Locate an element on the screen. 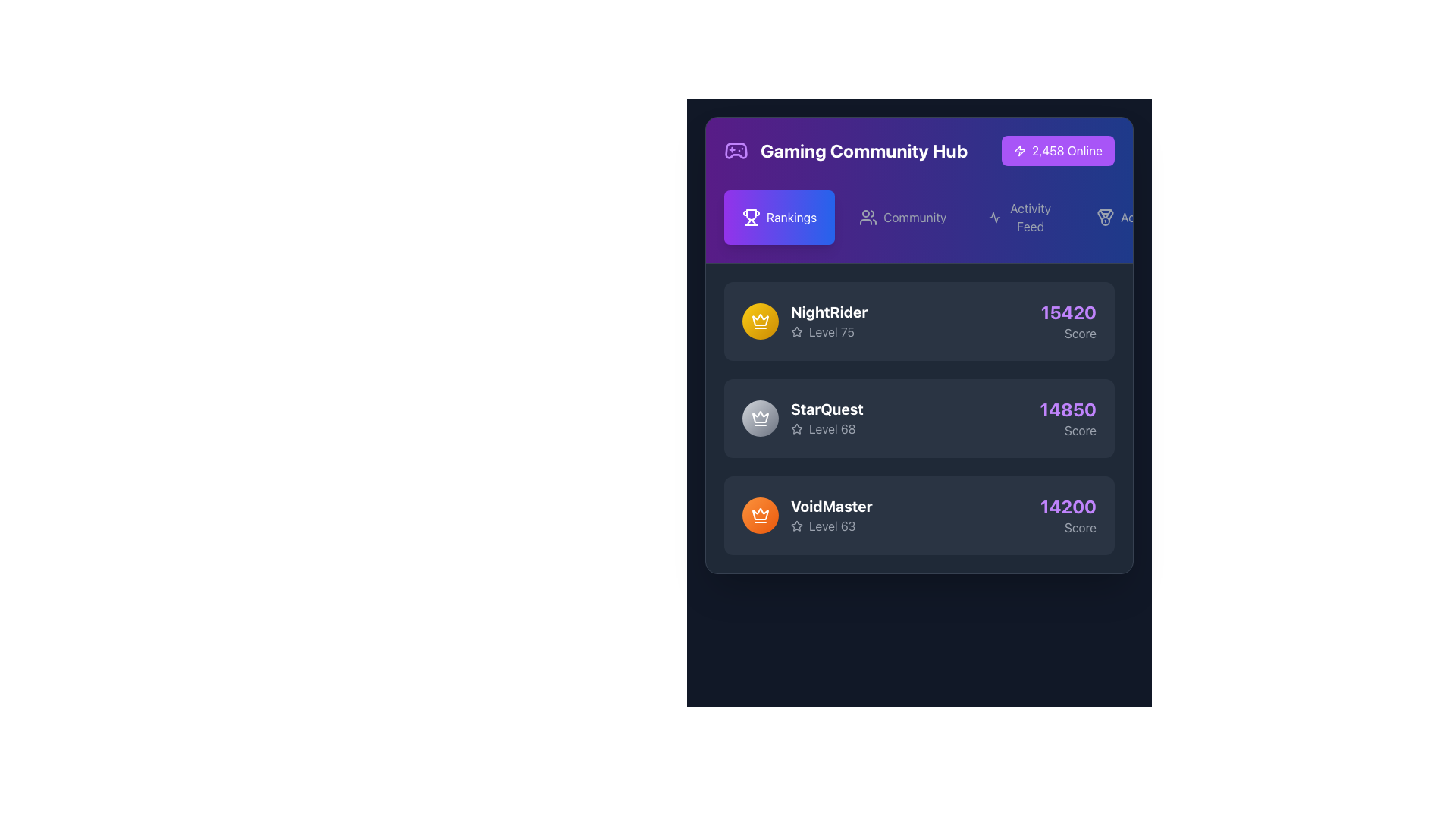 This screenshot has height=819, width=1456. the bold, brightly colored numerical text '14200' styled with purple, located in the right-aligned section of the row for 'VoidMaster' above the 'Score' element is located at coordinates (1067, 506).